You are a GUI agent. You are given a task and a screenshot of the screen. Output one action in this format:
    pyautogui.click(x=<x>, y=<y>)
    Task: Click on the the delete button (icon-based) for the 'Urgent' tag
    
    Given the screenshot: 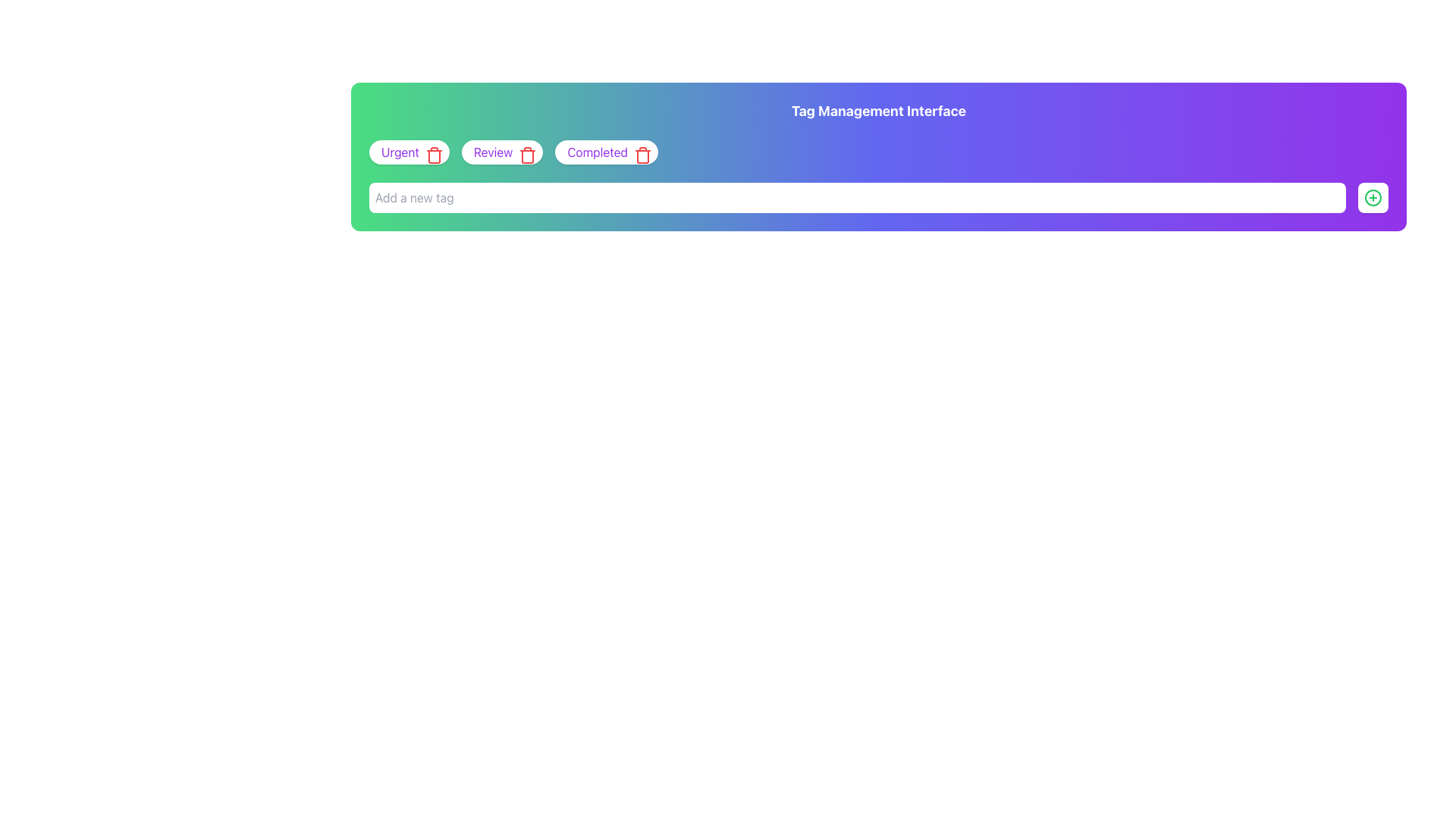 What is the action you would take?
    pyautogui.click(x=430, y=152)
    